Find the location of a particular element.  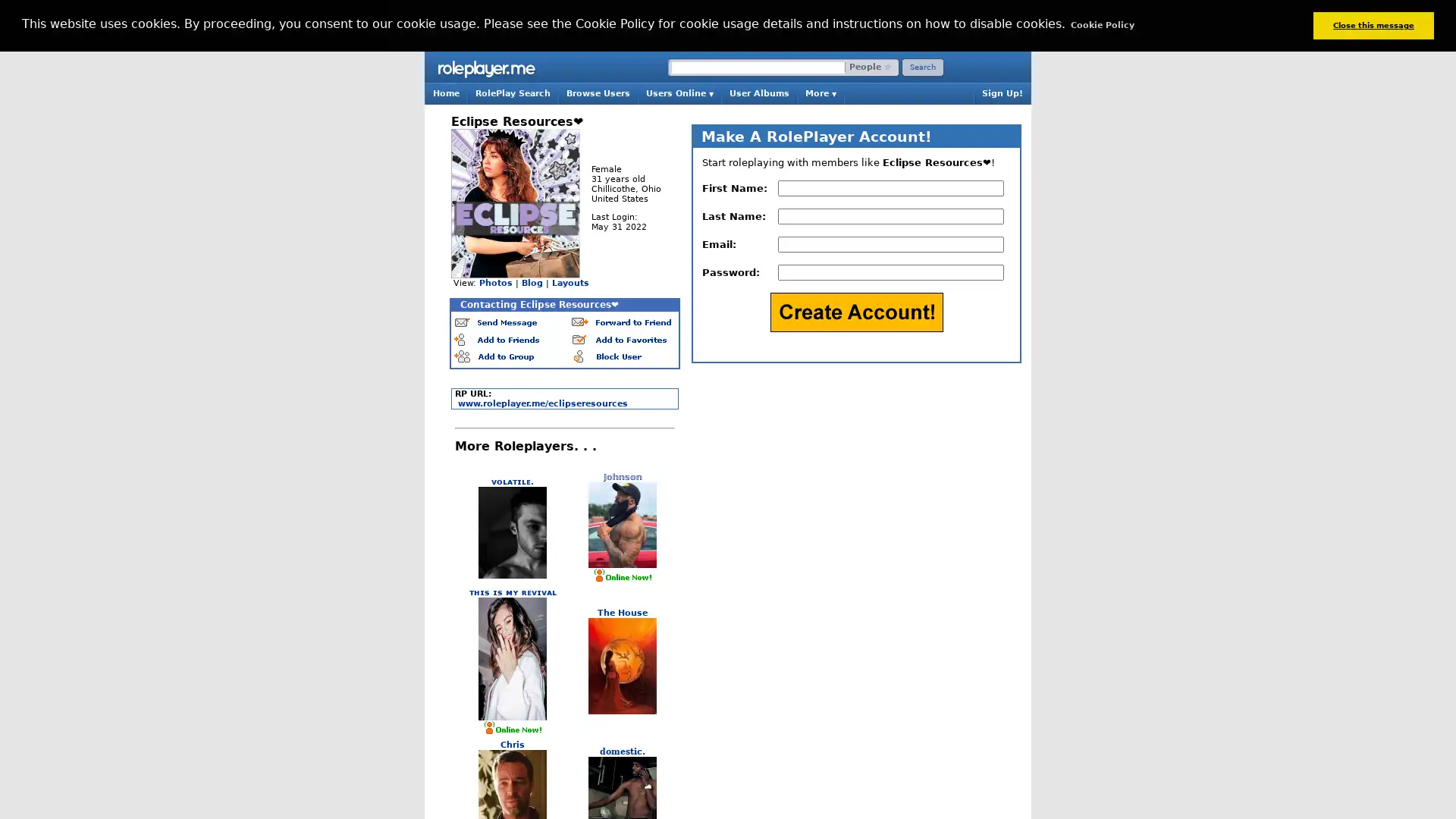

dismiss cookie message is located at coordinates (1373, 25).